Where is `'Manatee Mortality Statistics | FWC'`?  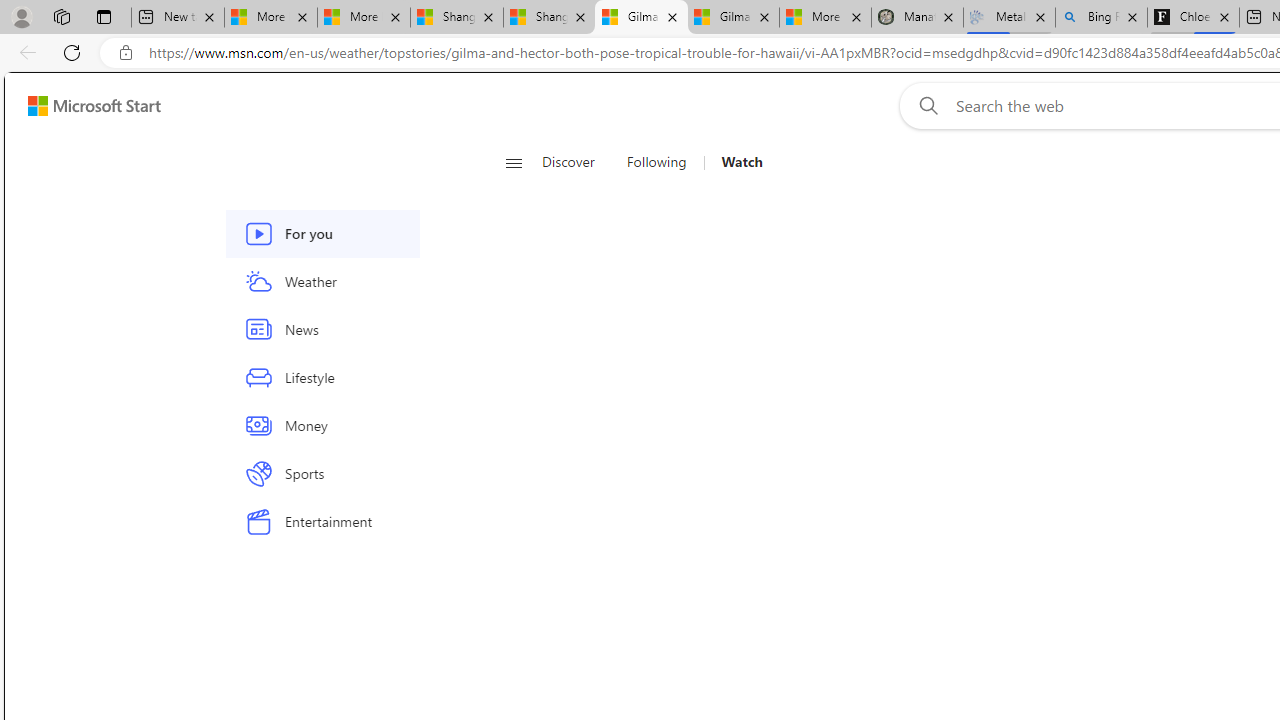 'Manatee Mortality Statistics | FWC' is located at coordinates (916, 17).